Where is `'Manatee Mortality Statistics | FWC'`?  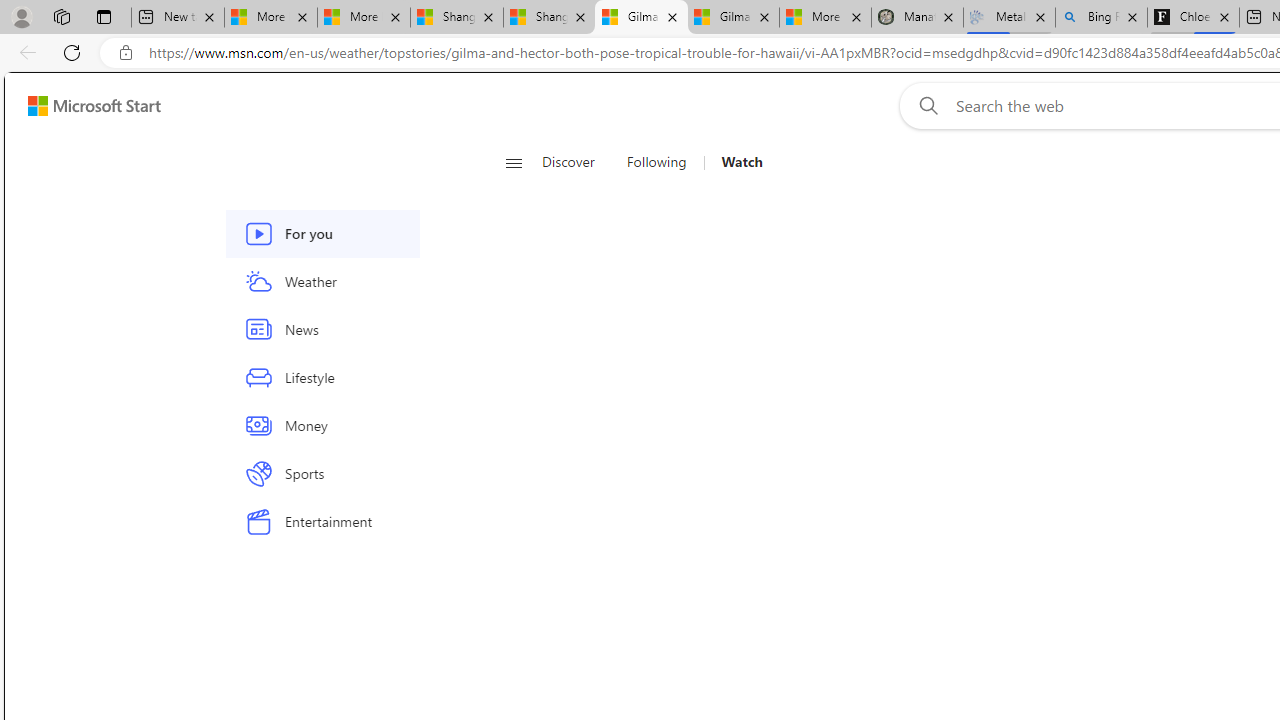 'Manatee Mortality Statistics | FWC' is located at coordinates (916, 17).